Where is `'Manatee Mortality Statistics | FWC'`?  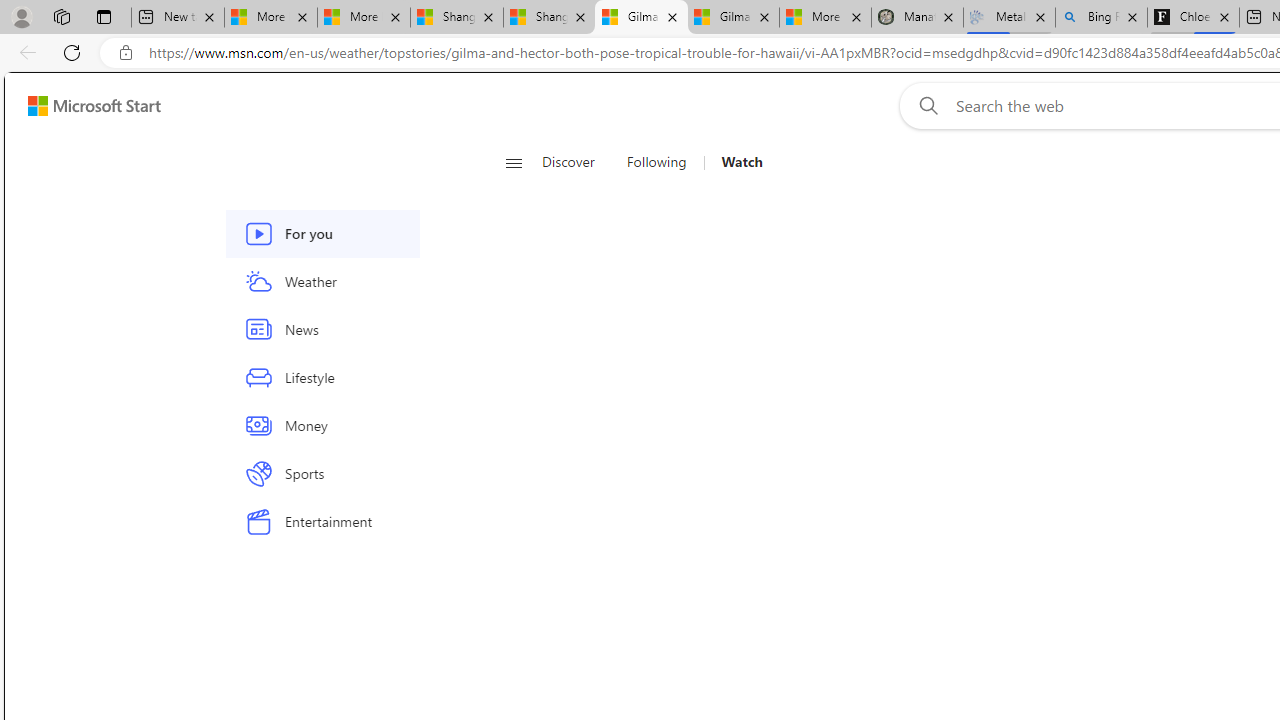 'Manatee Mortality Statistics | FWC' is located at coordinates (916, 17).